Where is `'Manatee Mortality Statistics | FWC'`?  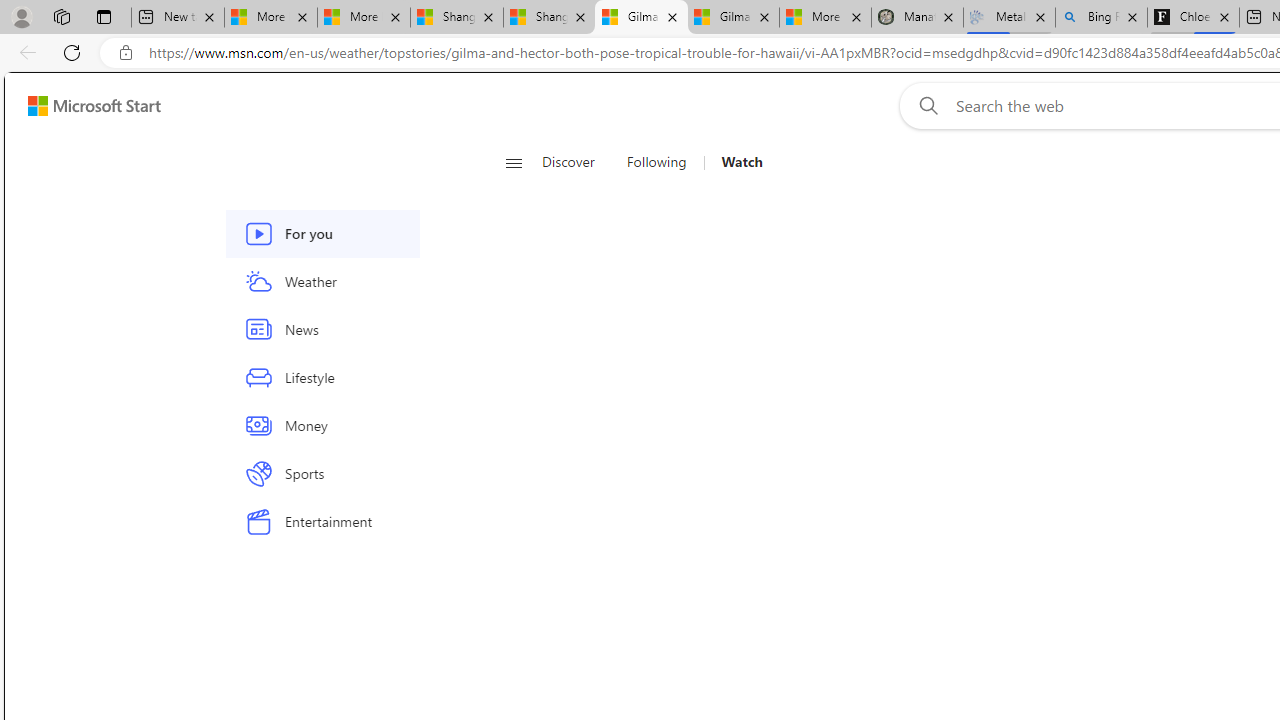 'Manatee Mortality Statistics | FWC' is located at coordinates (916, 17).